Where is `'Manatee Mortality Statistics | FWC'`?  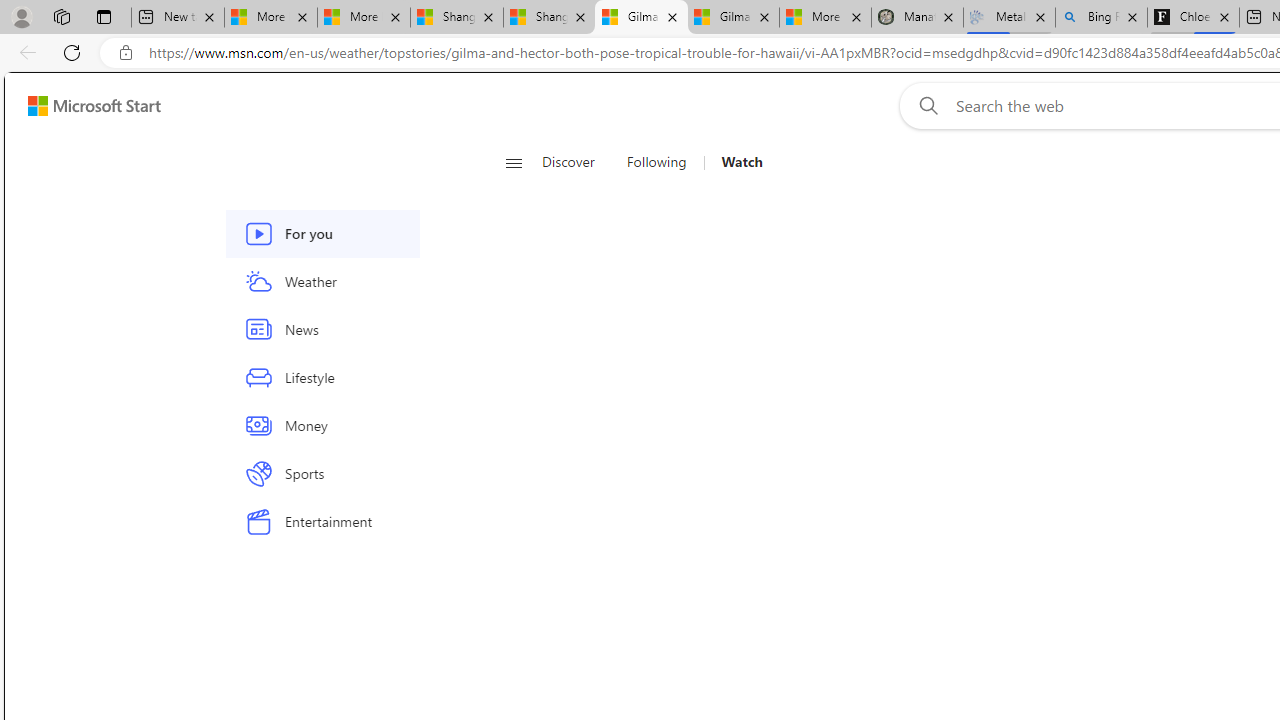 'Manatee Mortality Statistics | FWC' is located at coordinates (916, 17).